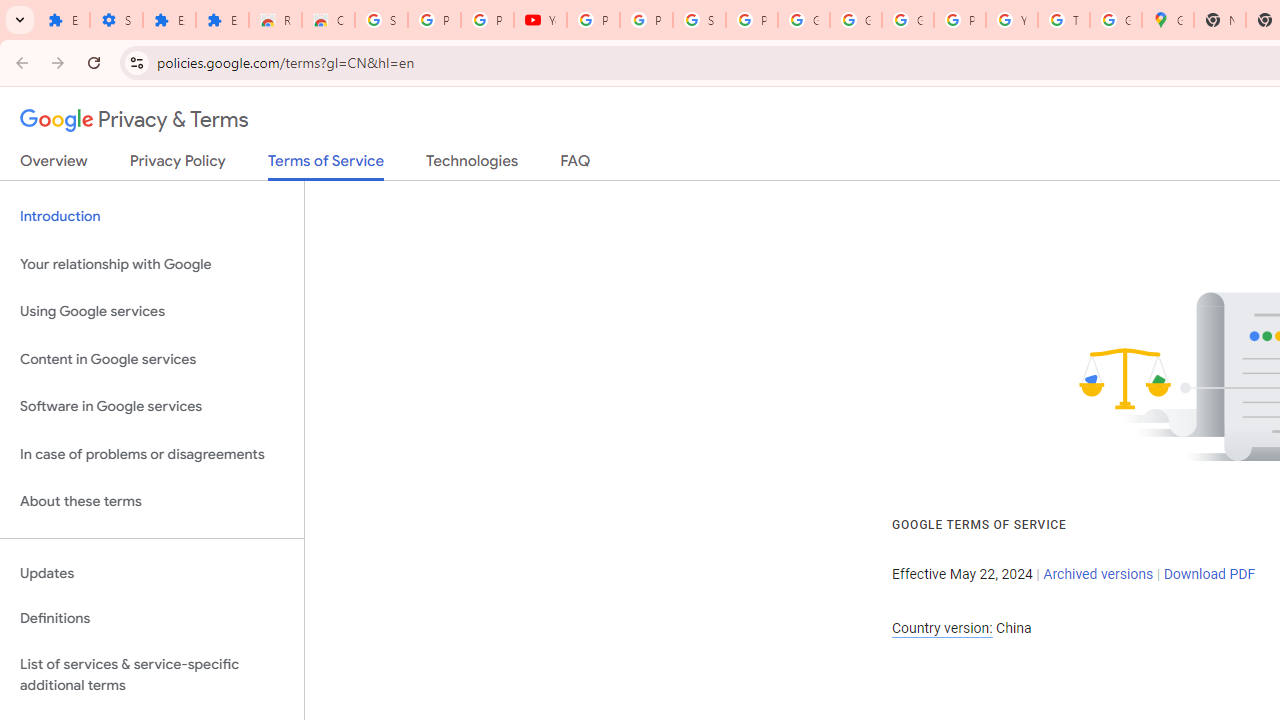 The height and width of the screenshot is (720, 1280). I want to click on 'Using Google services', so click(151, 312).